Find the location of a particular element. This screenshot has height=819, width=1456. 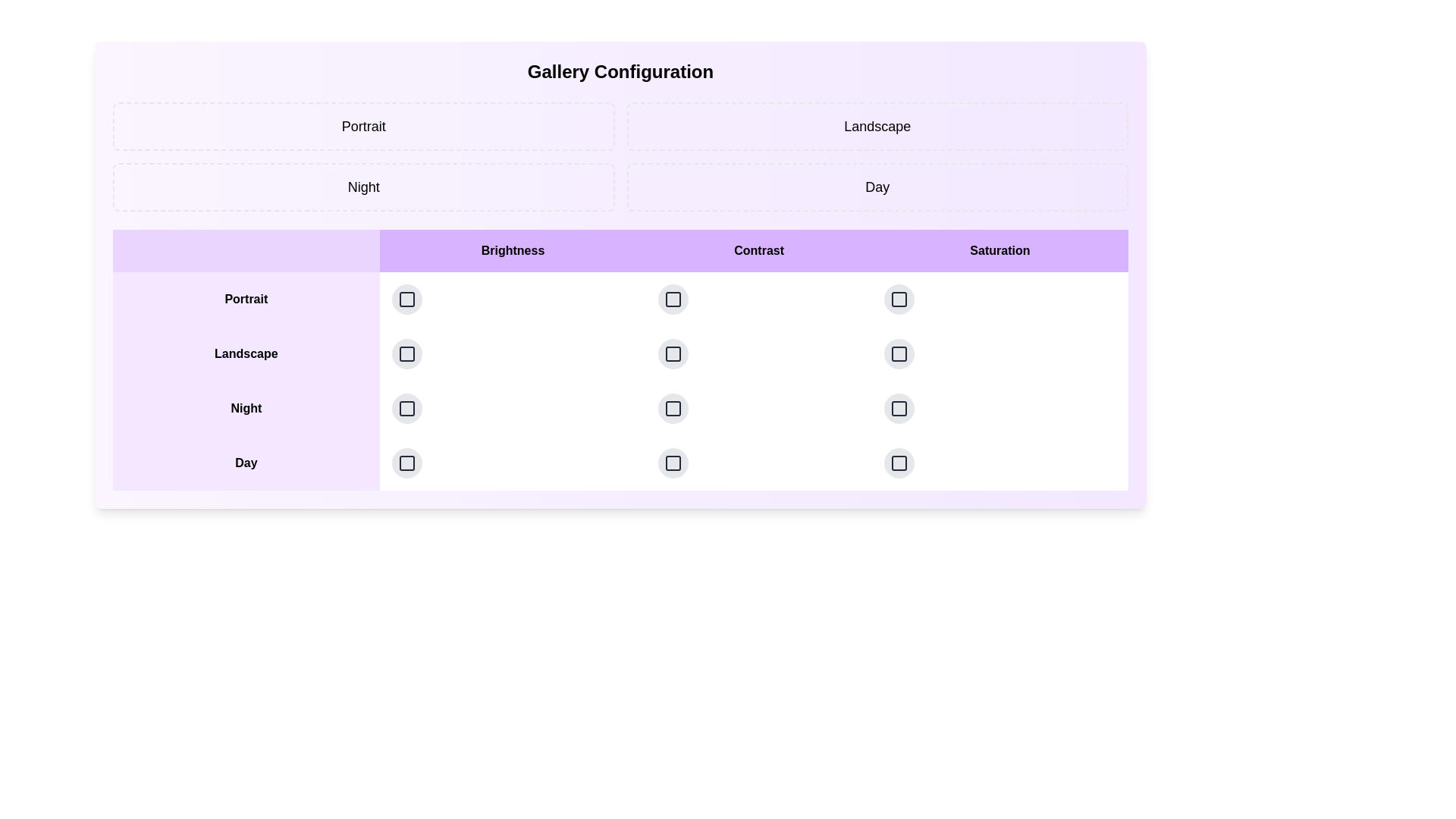

the 'Portrait' text label which is styled with a bold, centered font and located within a dashed-bordered rectangular area in the top-left quadrant of the interface is located at coordinates (362, 125).